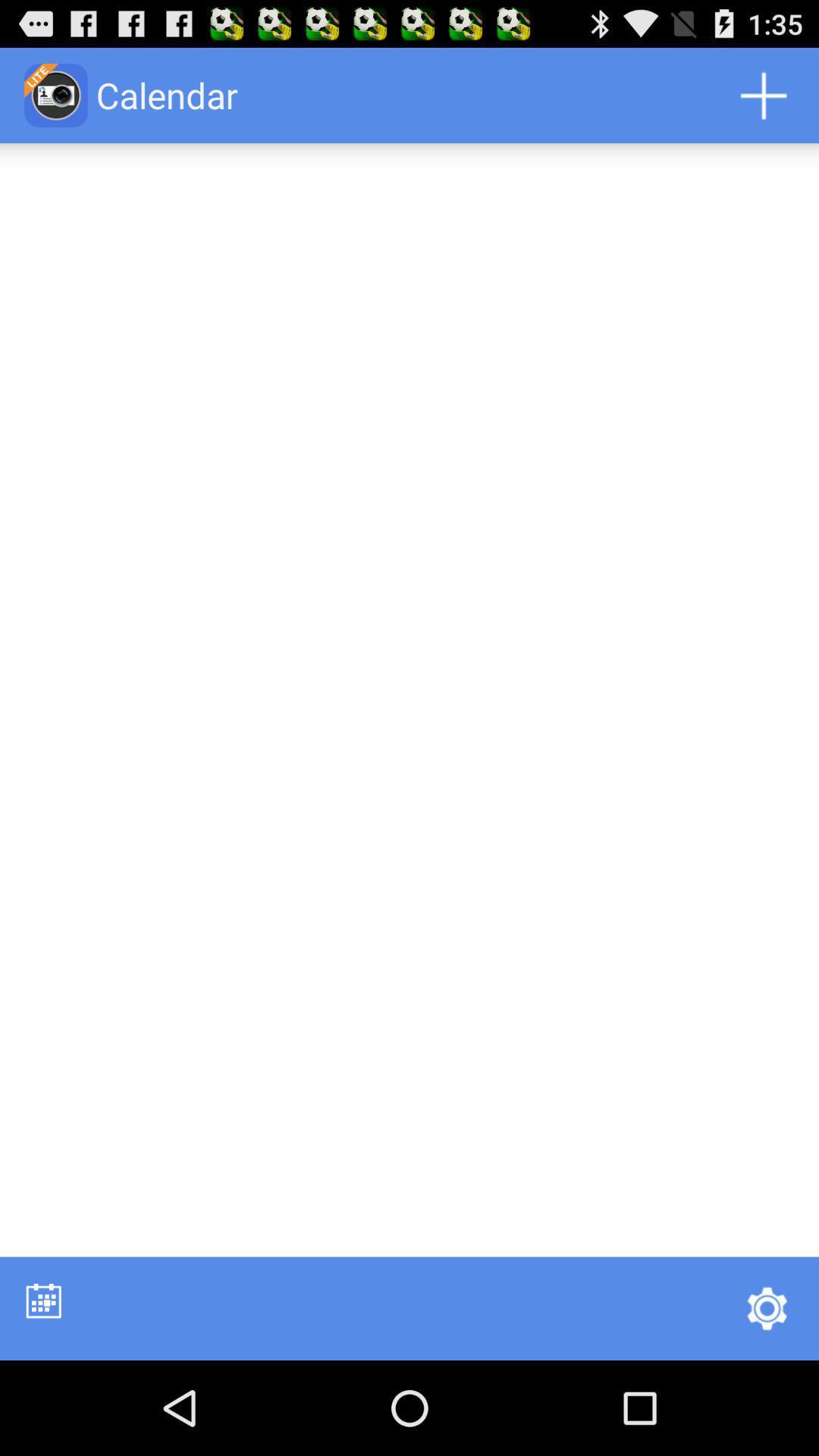  I want to click on the date_range icon, so click(42, 1392).